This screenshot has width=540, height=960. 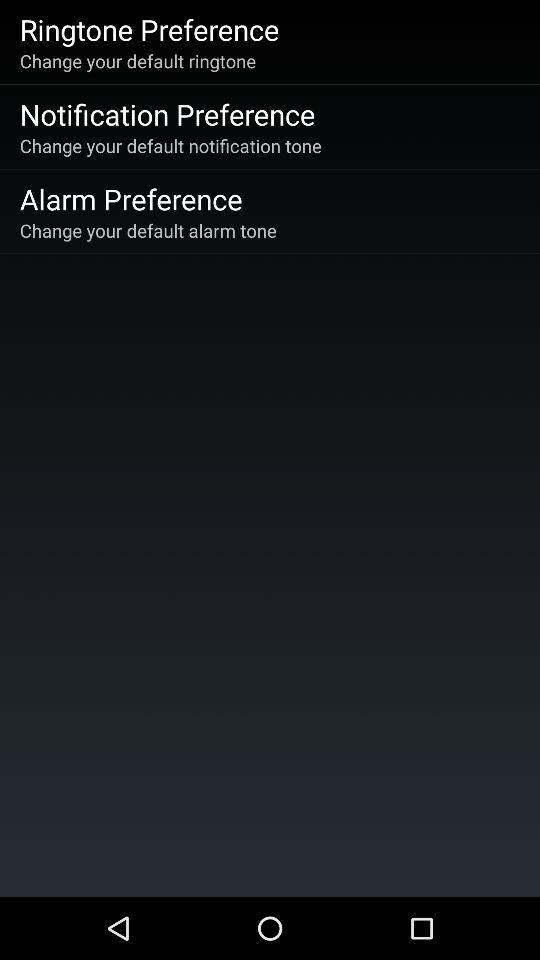 What do you see at coordinates (131, 198) in the screenshot?
I see `alarm preference icon` at bounding box center [131, 198].